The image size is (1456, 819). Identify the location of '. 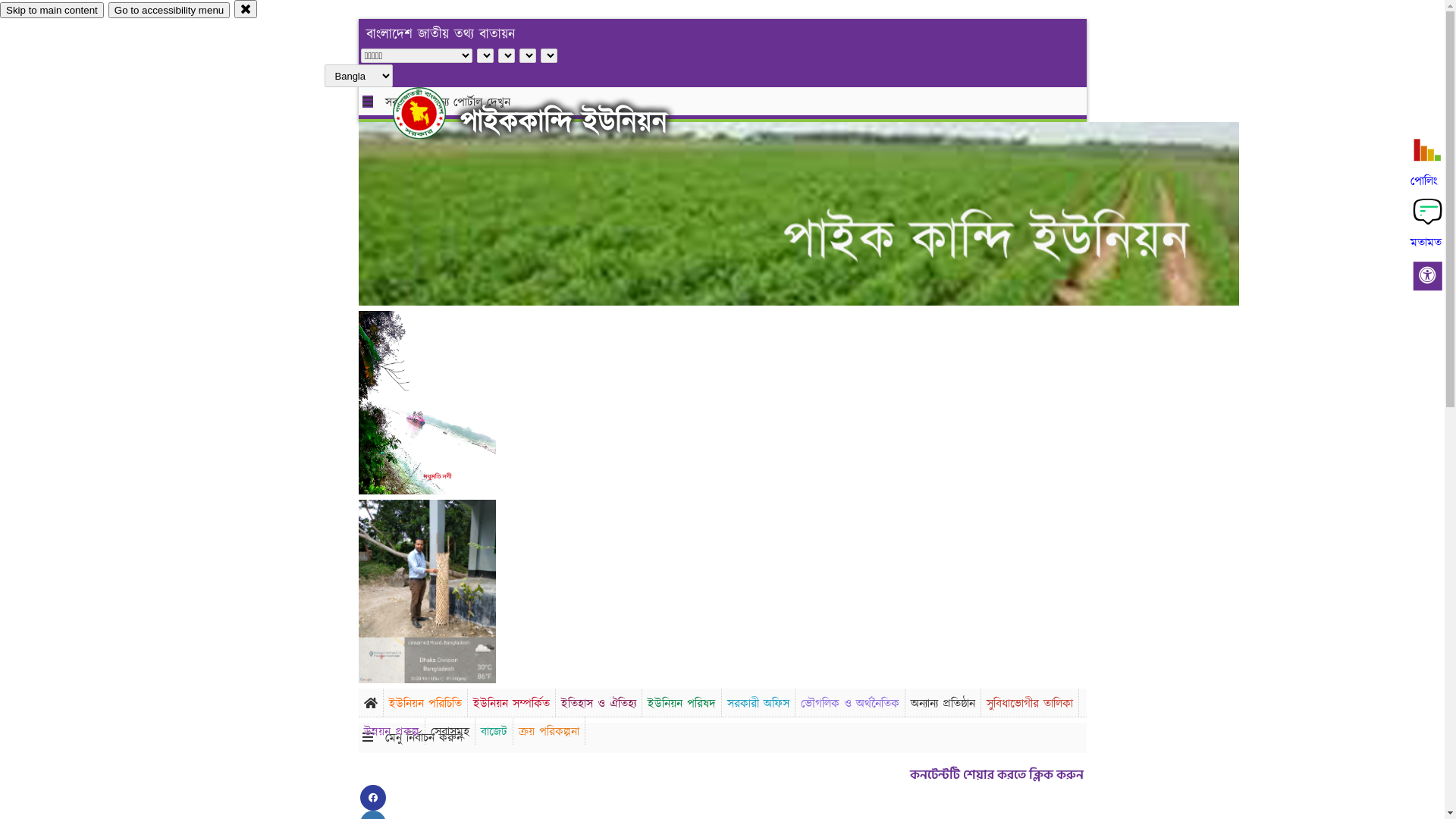
(431, 112).